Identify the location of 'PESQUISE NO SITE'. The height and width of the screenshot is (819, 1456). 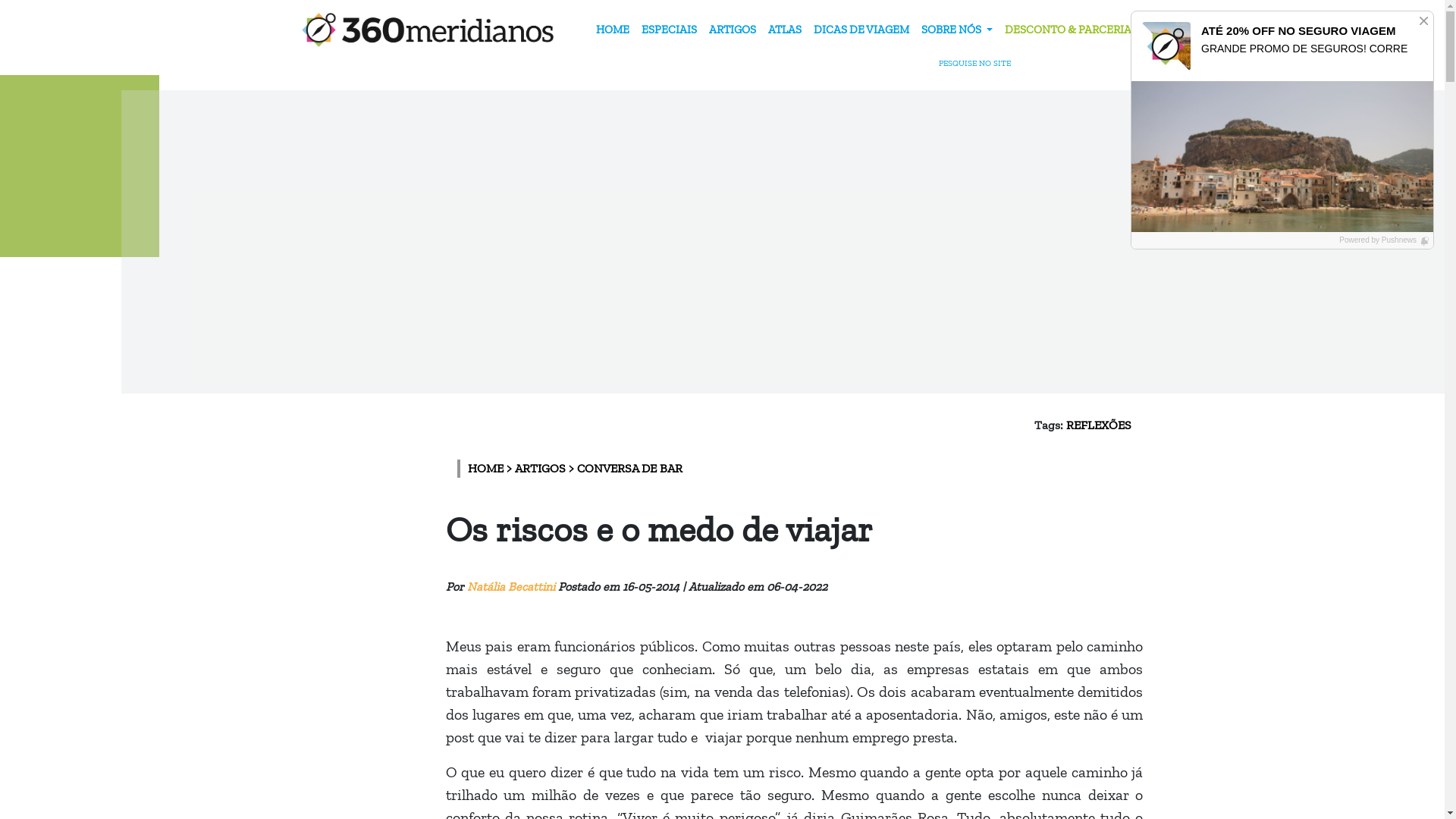
(985, 63).